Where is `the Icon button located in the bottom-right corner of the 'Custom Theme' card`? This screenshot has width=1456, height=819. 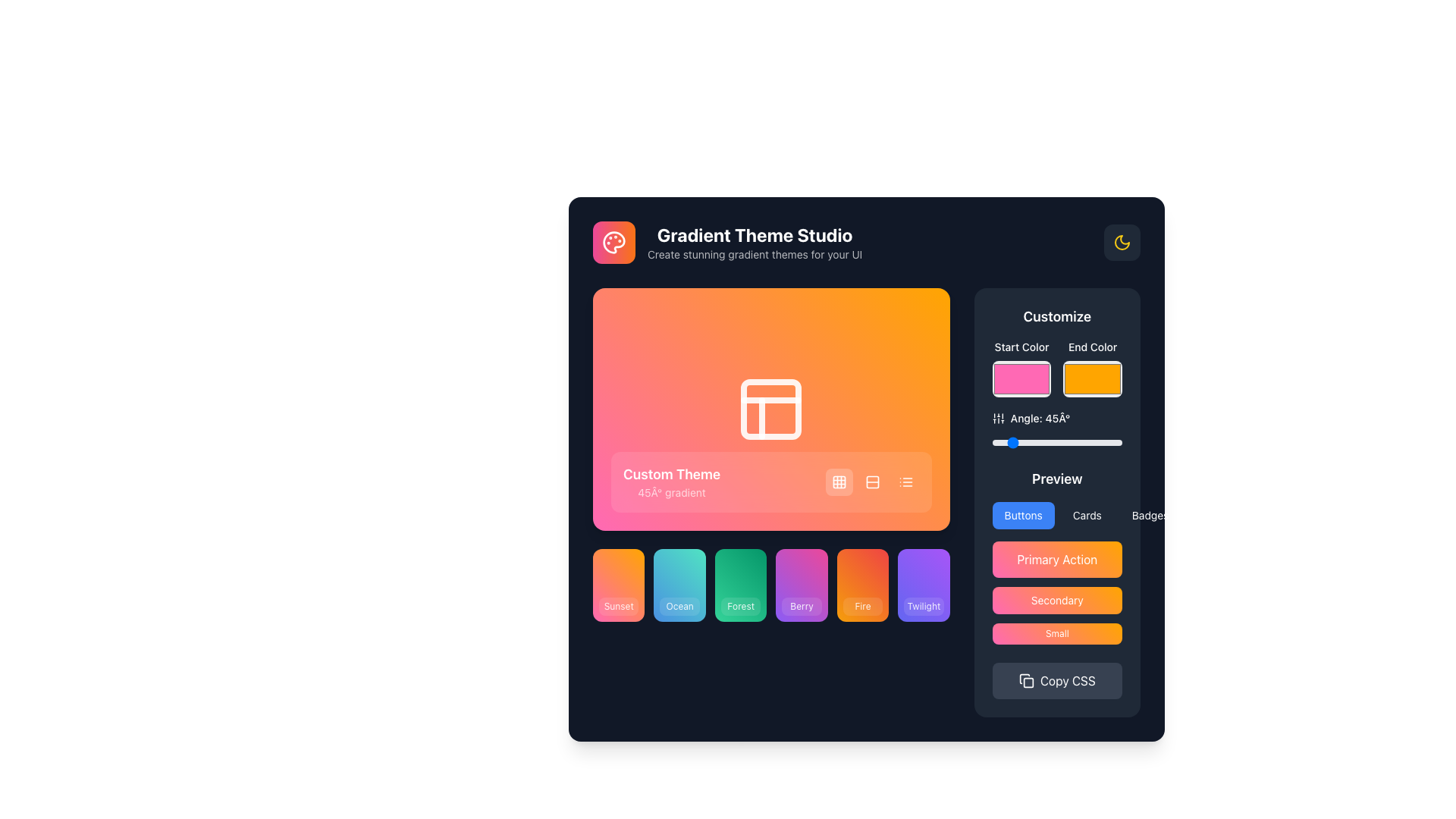
the Icon button located in the bottom-right corner of the 'Custom Theme' card is located at coordinates (905, 482).